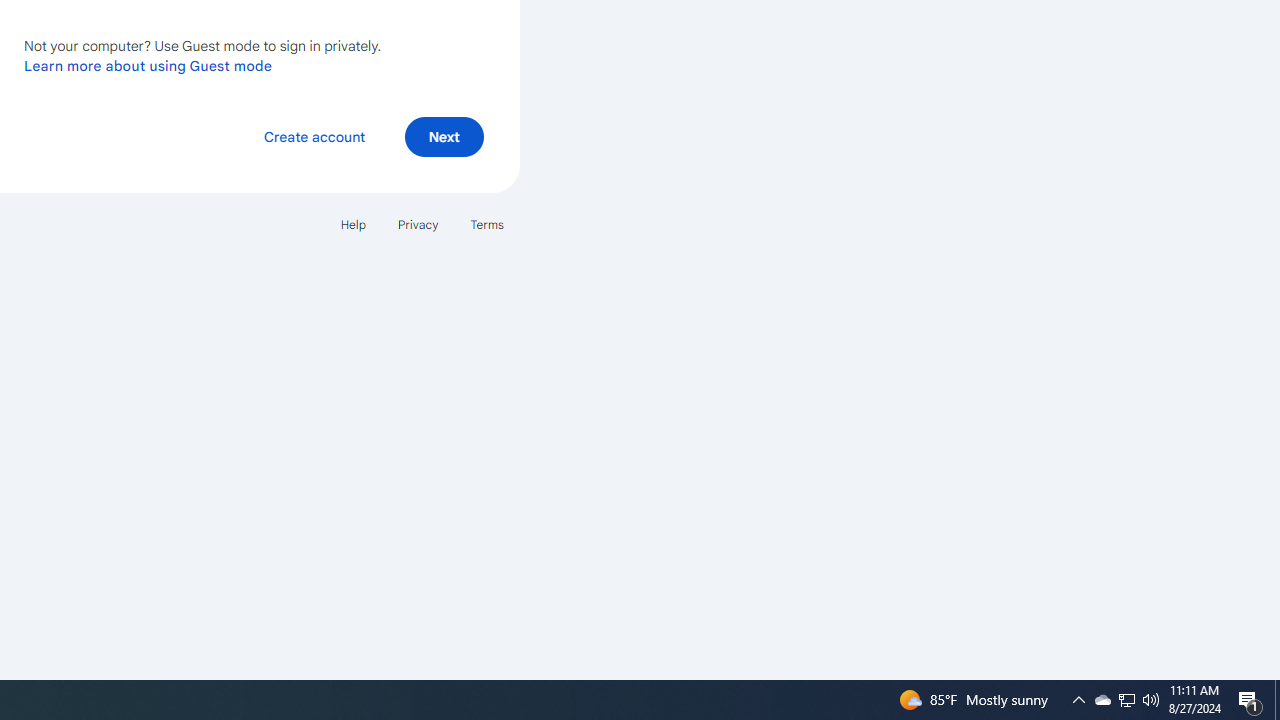 This screenshot has height=720, width=1280. I want to click on 'Create account', so click(313, 135).